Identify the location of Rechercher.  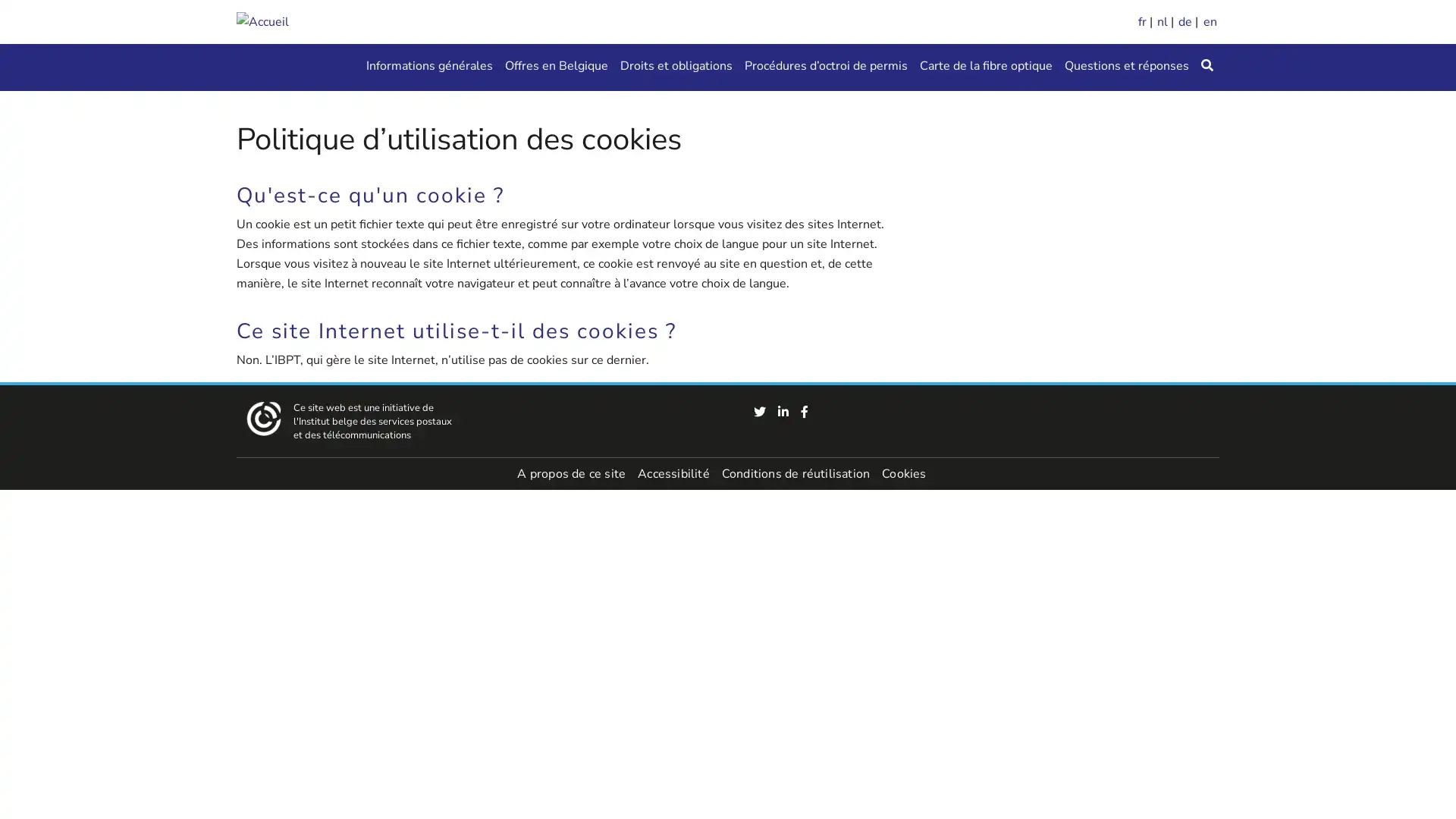
(1207, 66).